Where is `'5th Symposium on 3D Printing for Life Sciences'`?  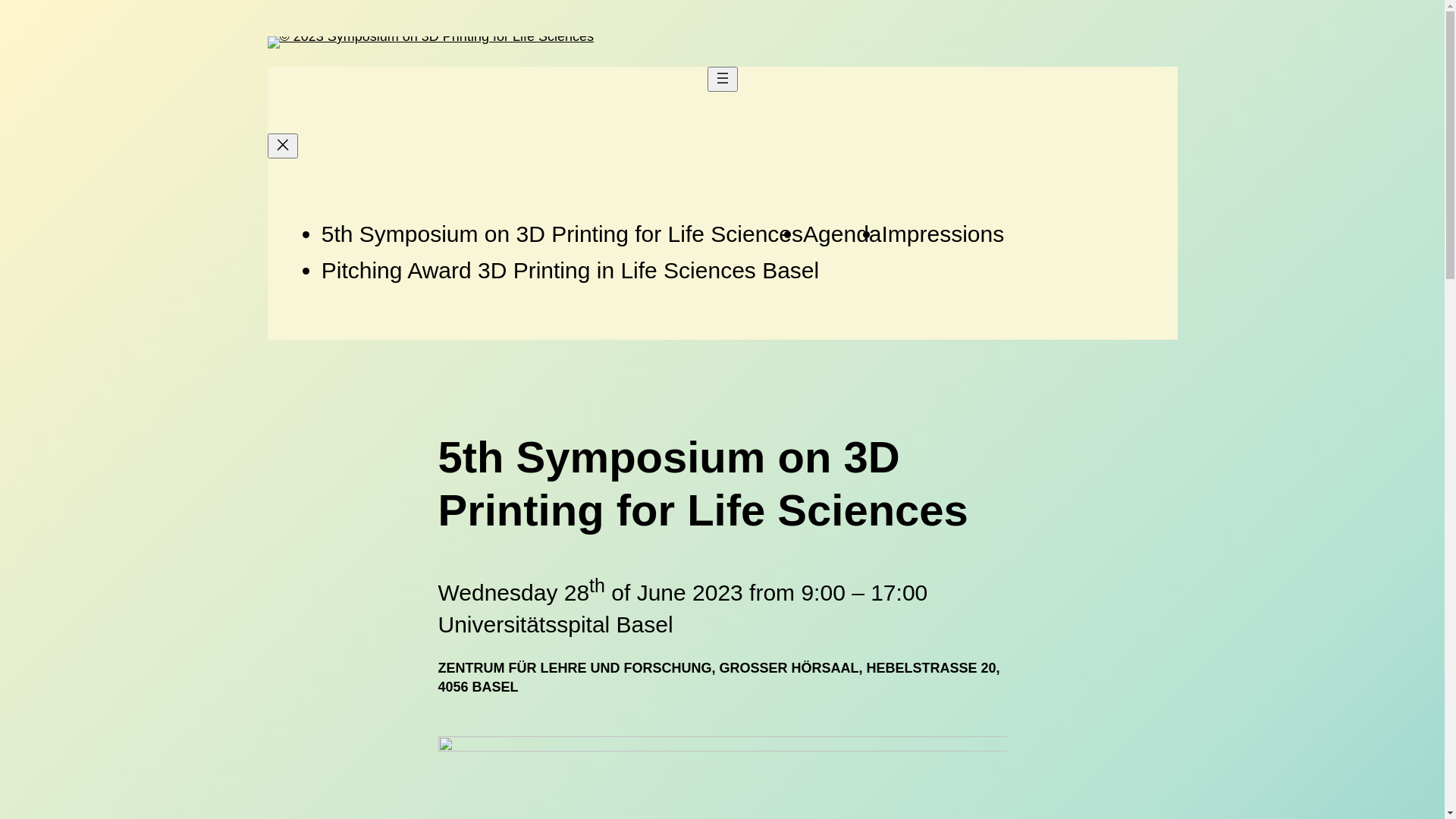
'5th Symposium on 3D Printing for Life Sciences' is located at coordinates (561, 234).